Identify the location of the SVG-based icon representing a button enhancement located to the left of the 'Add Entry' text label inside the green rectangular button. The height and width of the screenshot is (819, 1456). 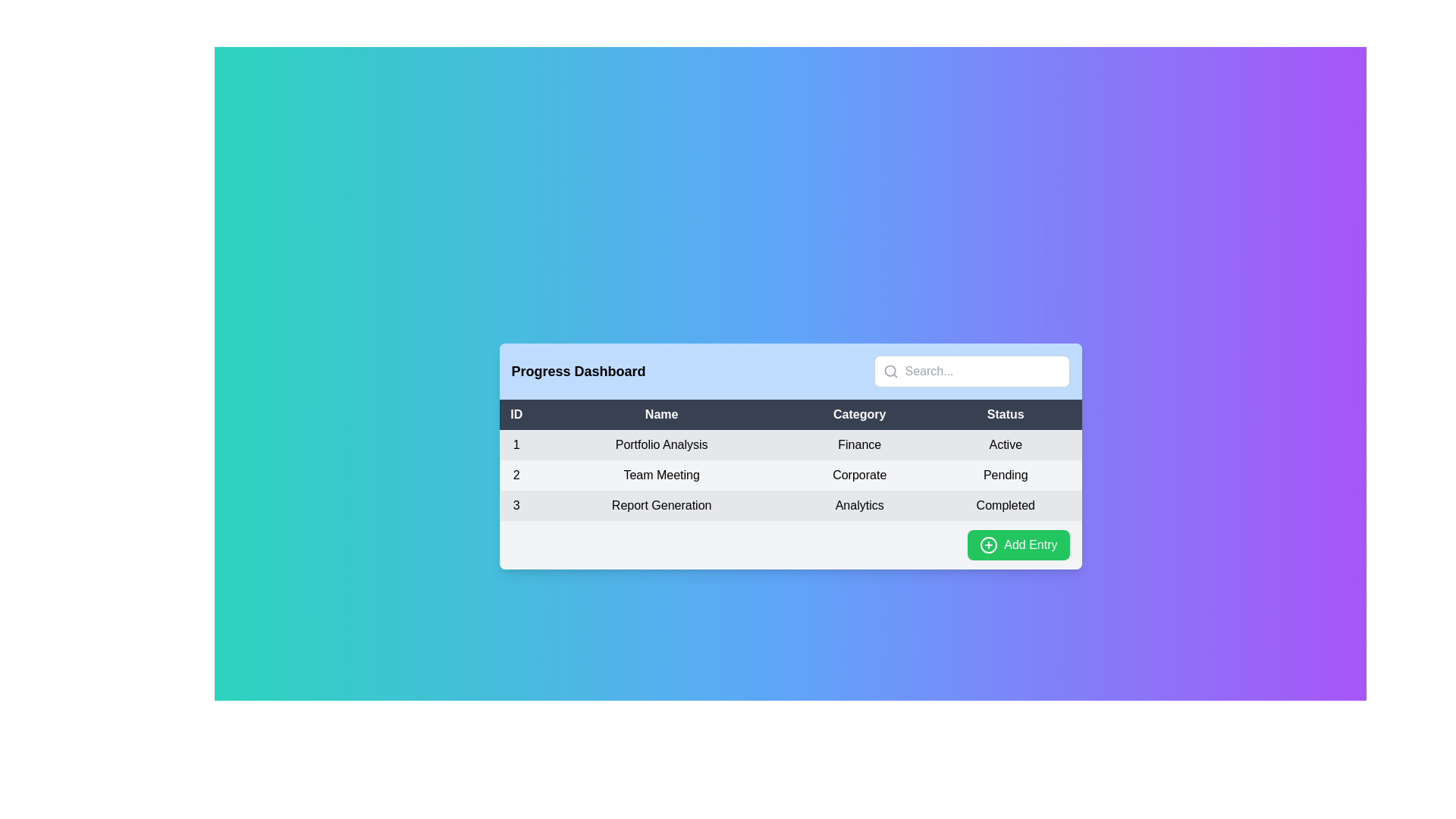
(989, 544).